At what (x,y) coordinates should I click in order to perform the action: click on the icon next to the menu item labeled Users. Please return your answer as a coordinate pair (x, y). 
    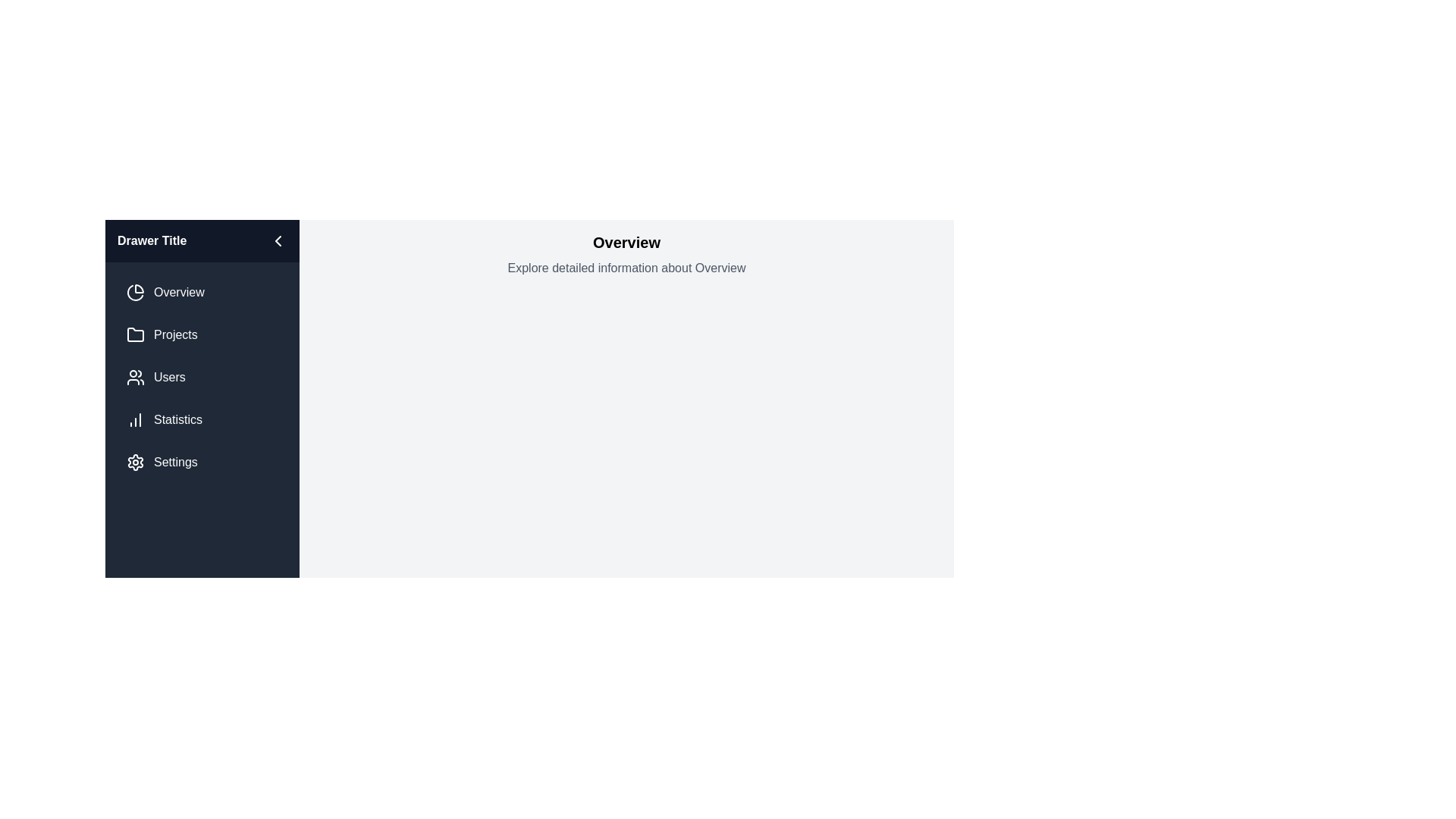
    Looking at the image, I should click on (135, 376).